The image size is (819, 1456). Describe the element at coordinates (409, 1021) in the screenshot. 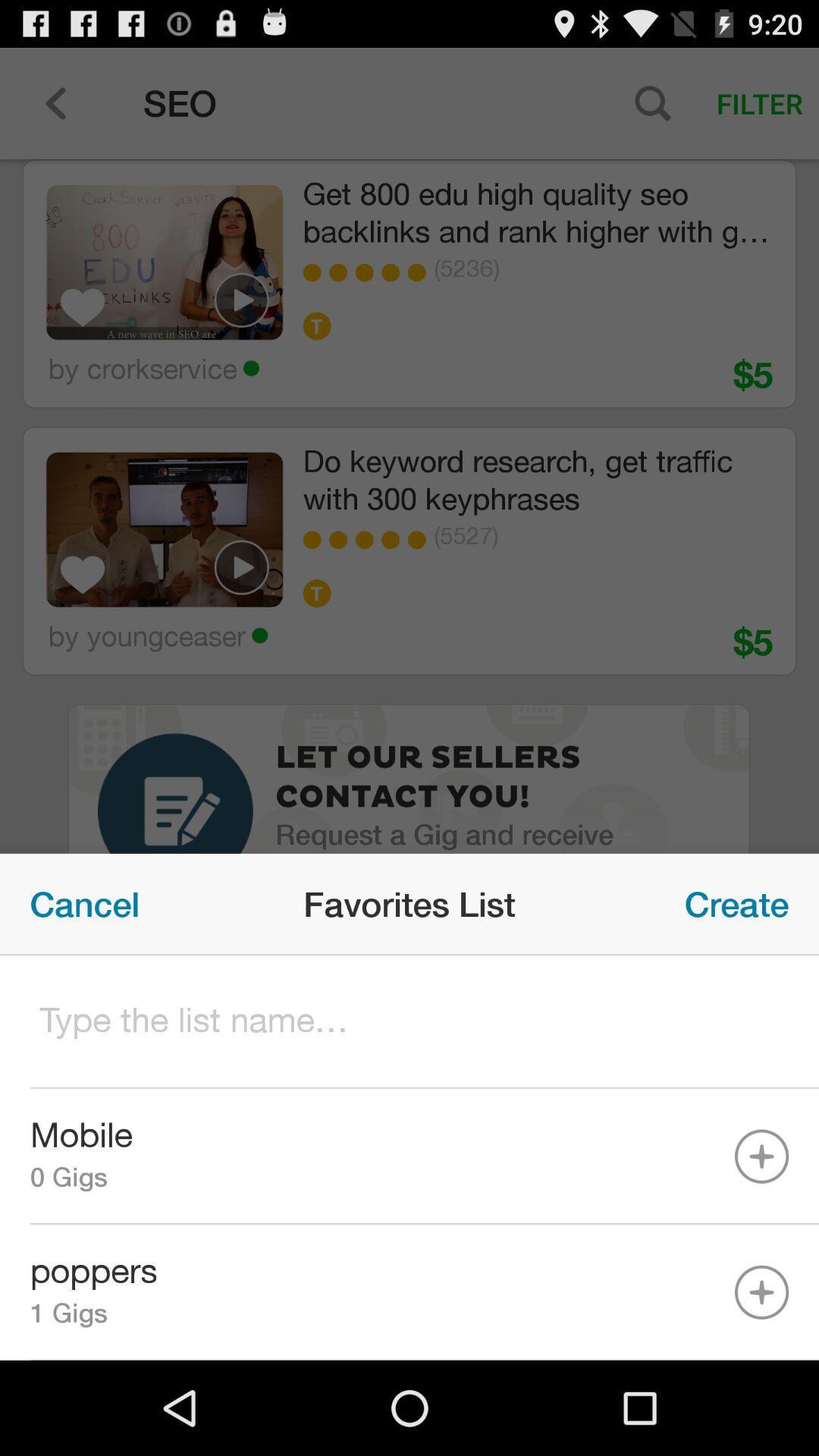

I see `type the name` at that location.